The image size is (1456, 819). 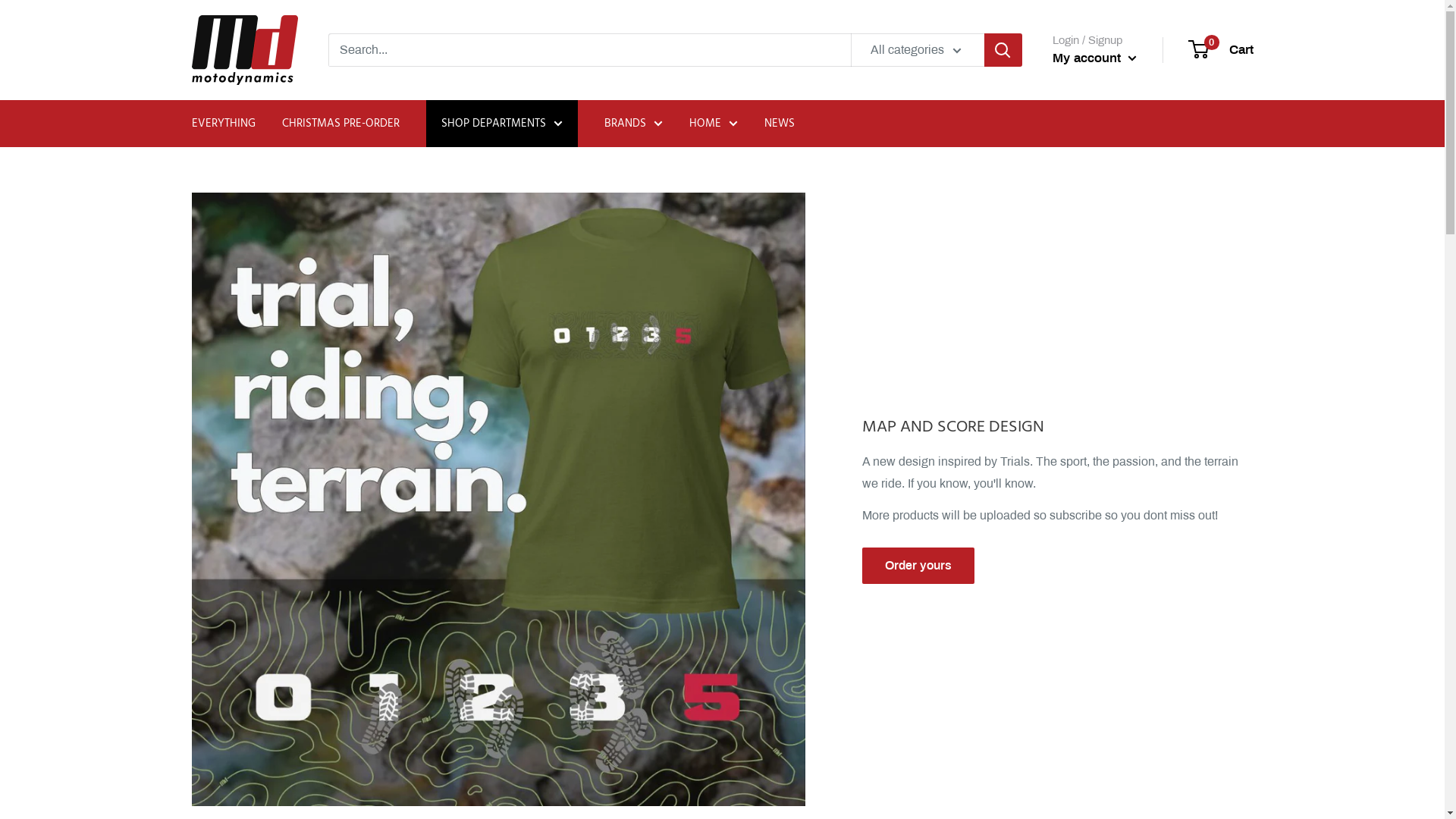 What do you see at coordinates (712, 122) in the screenshot?
I see `'HOME'` at bounding box center [712, 122].